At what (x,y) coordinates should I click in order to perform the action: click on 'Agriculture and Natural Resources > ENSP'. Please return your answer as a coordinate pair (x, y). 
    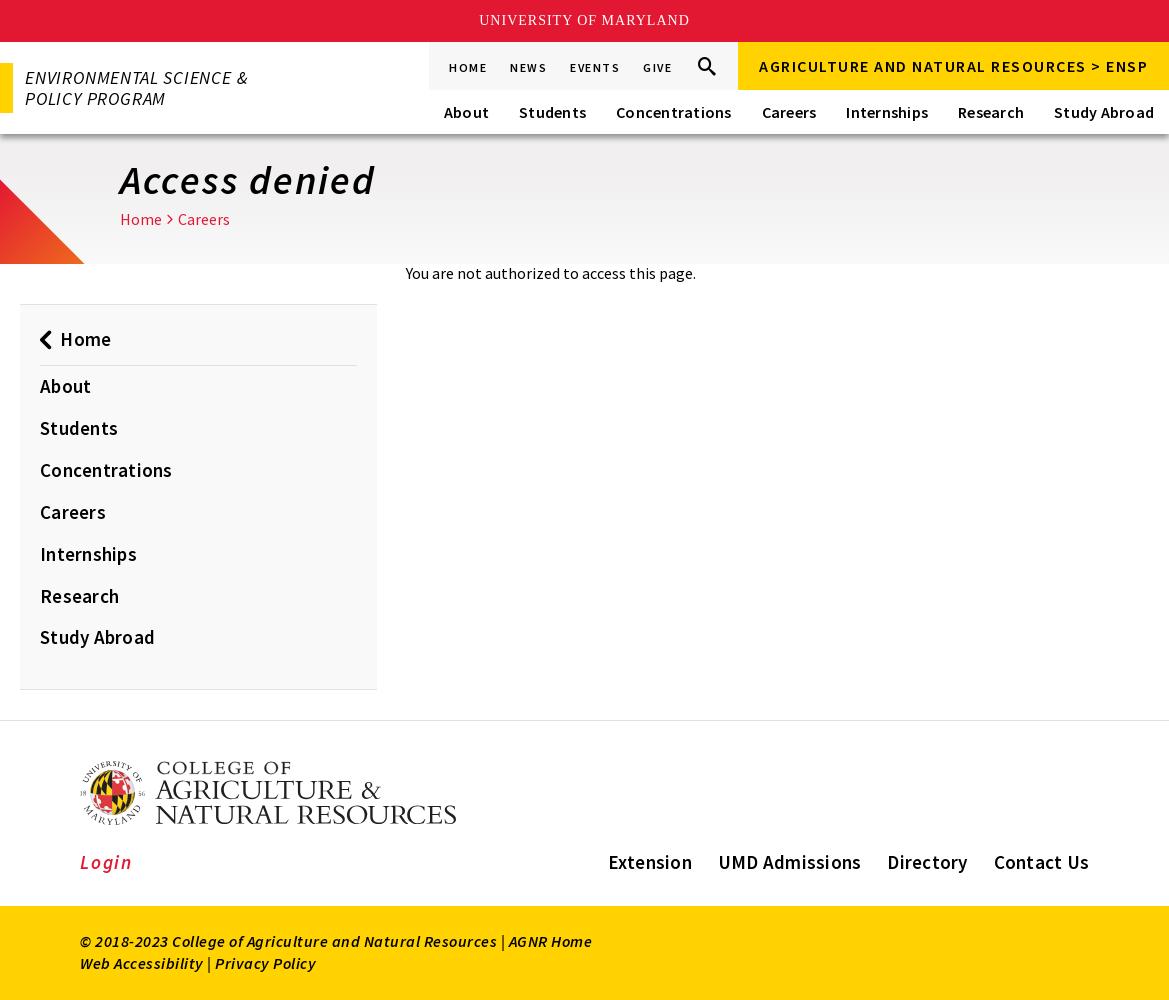
    Looking at the image, I should click on (952, 65).